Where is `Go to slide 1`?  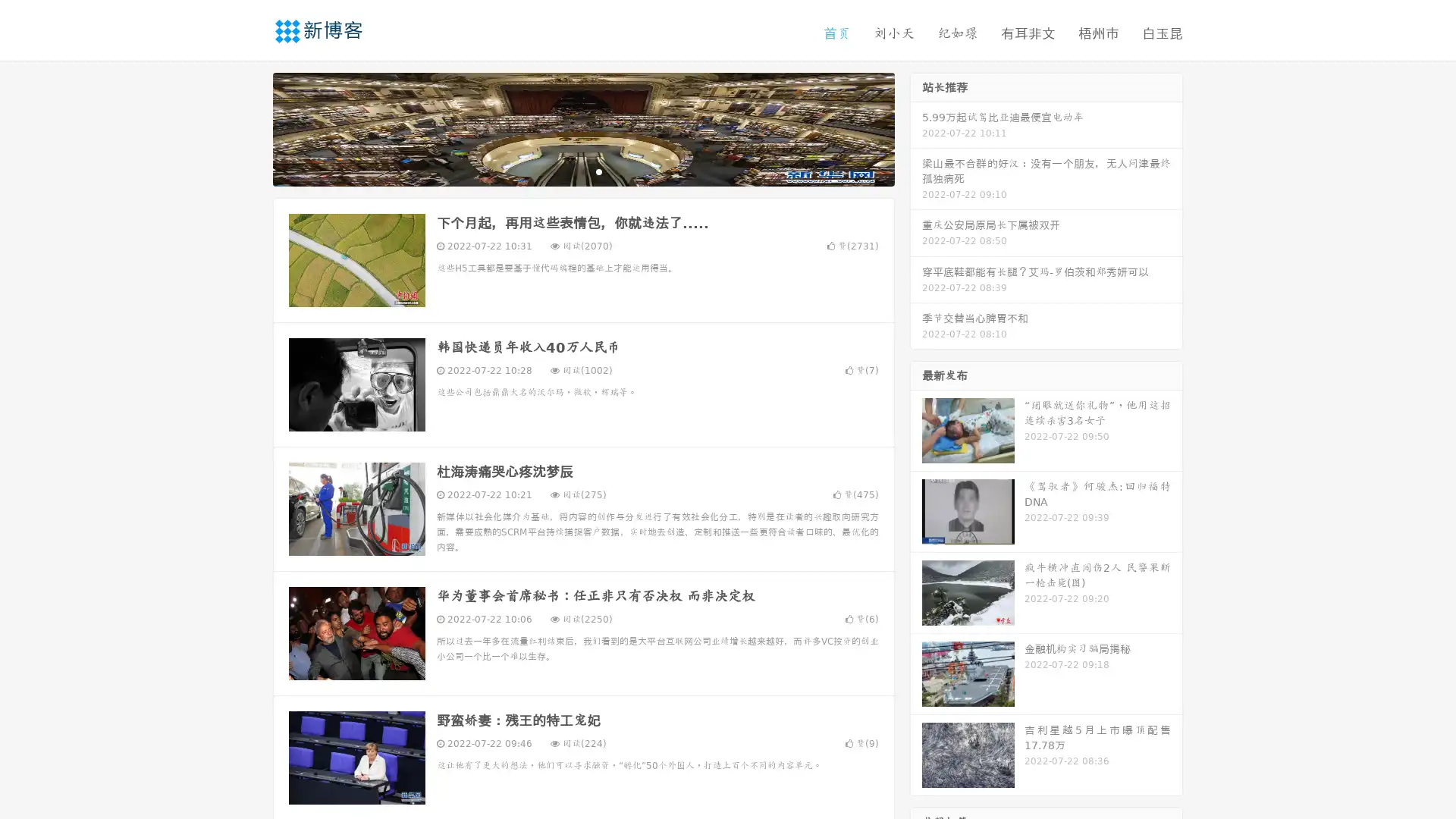
Go to slide 1 is located at coordinates (567, 171).